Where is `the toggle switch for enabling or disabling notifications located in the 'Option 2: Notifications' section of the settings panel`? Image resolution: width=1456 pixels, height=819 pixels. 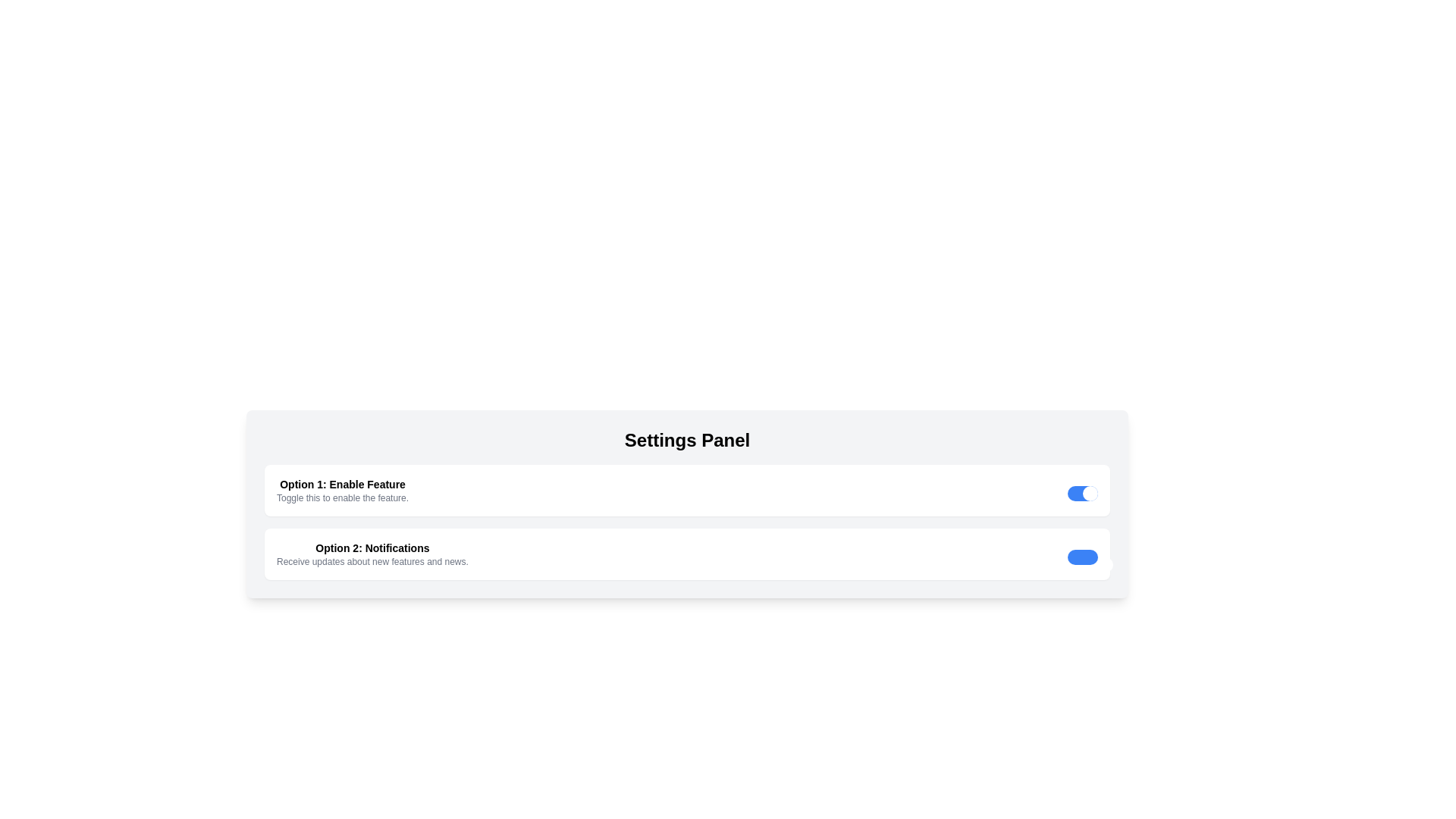
the toggle switch for enabling or disabling notifications located in the 'Option 2: Notifications' section of the settings panel is located at coordinates (1082, 557).